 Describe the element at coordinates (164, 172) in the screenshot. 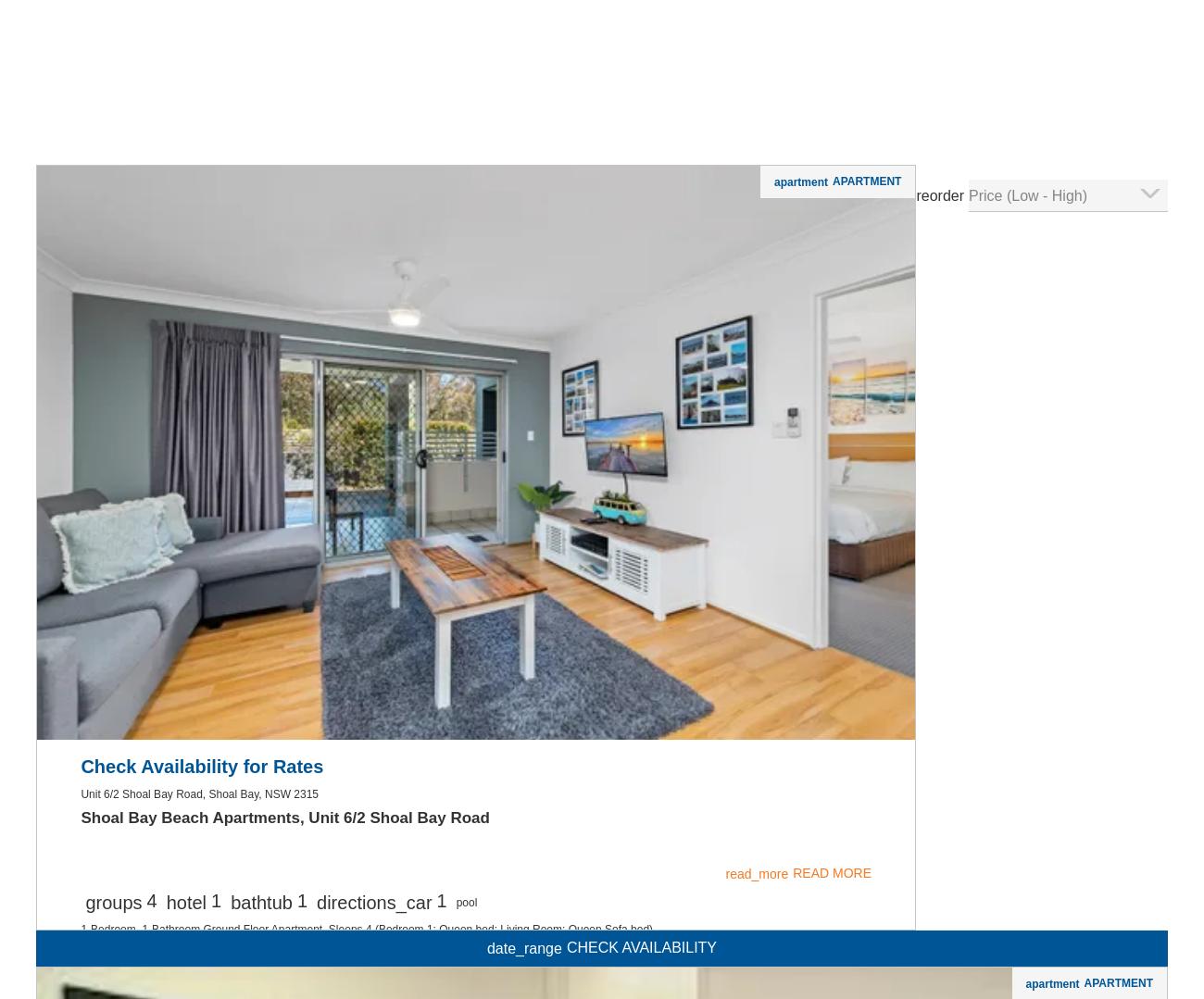

I see `'6'` at that location.